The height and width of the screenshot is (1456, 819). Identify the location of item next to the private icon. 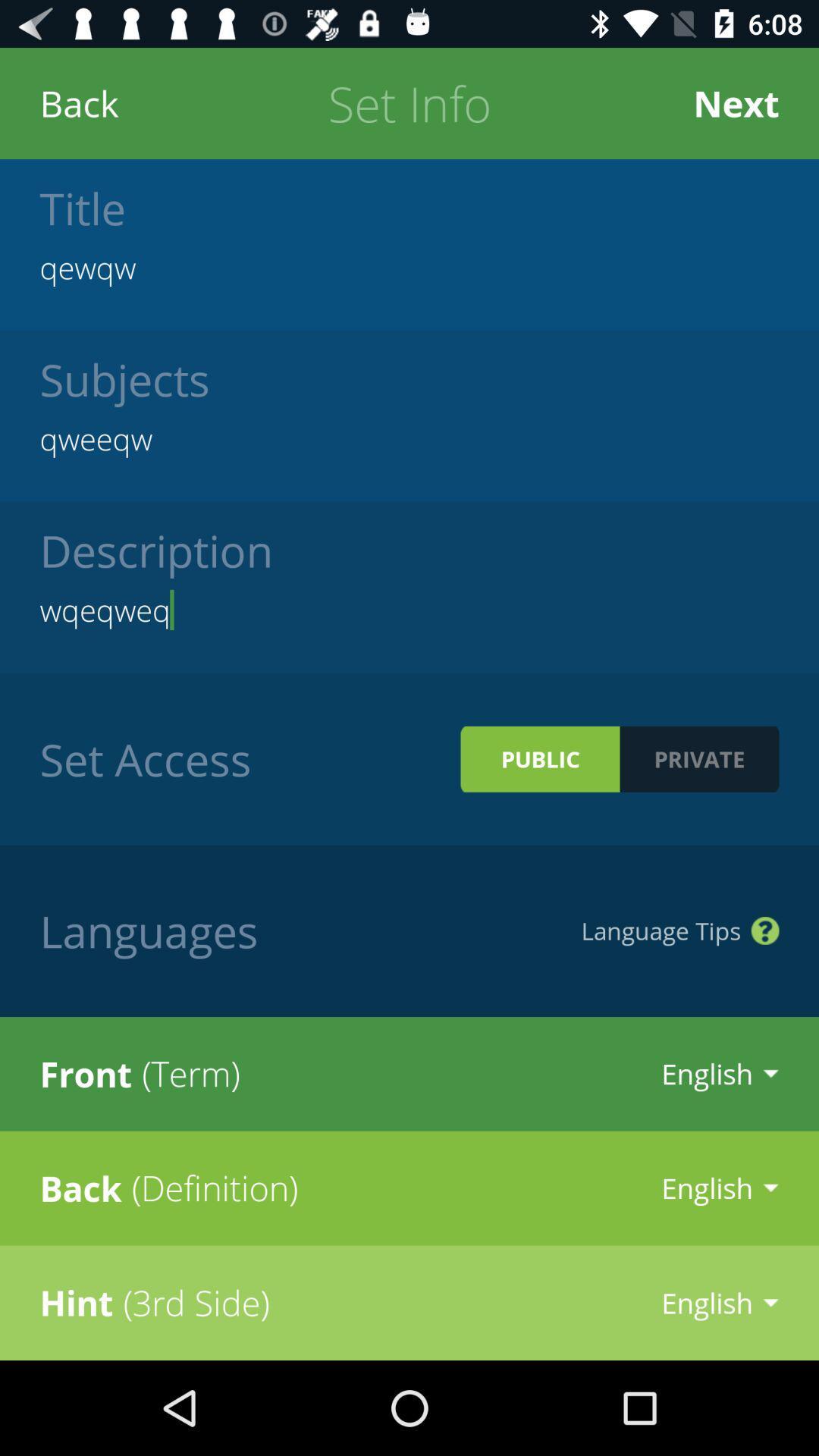
(539, 759).